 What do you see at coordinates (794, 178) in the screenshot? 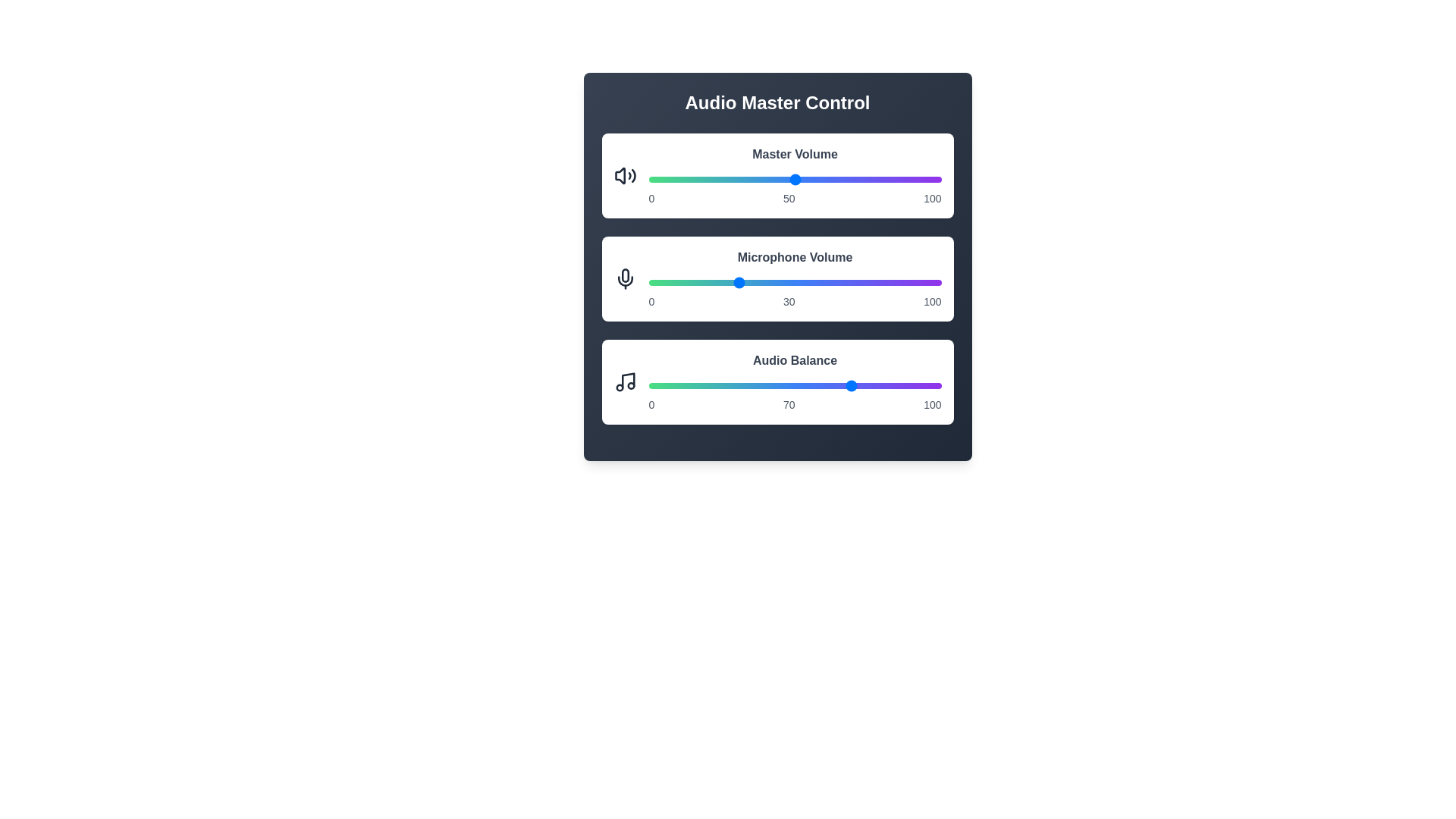
I see `the Master Volume slider to 50%` at bounding box center [794, 178].